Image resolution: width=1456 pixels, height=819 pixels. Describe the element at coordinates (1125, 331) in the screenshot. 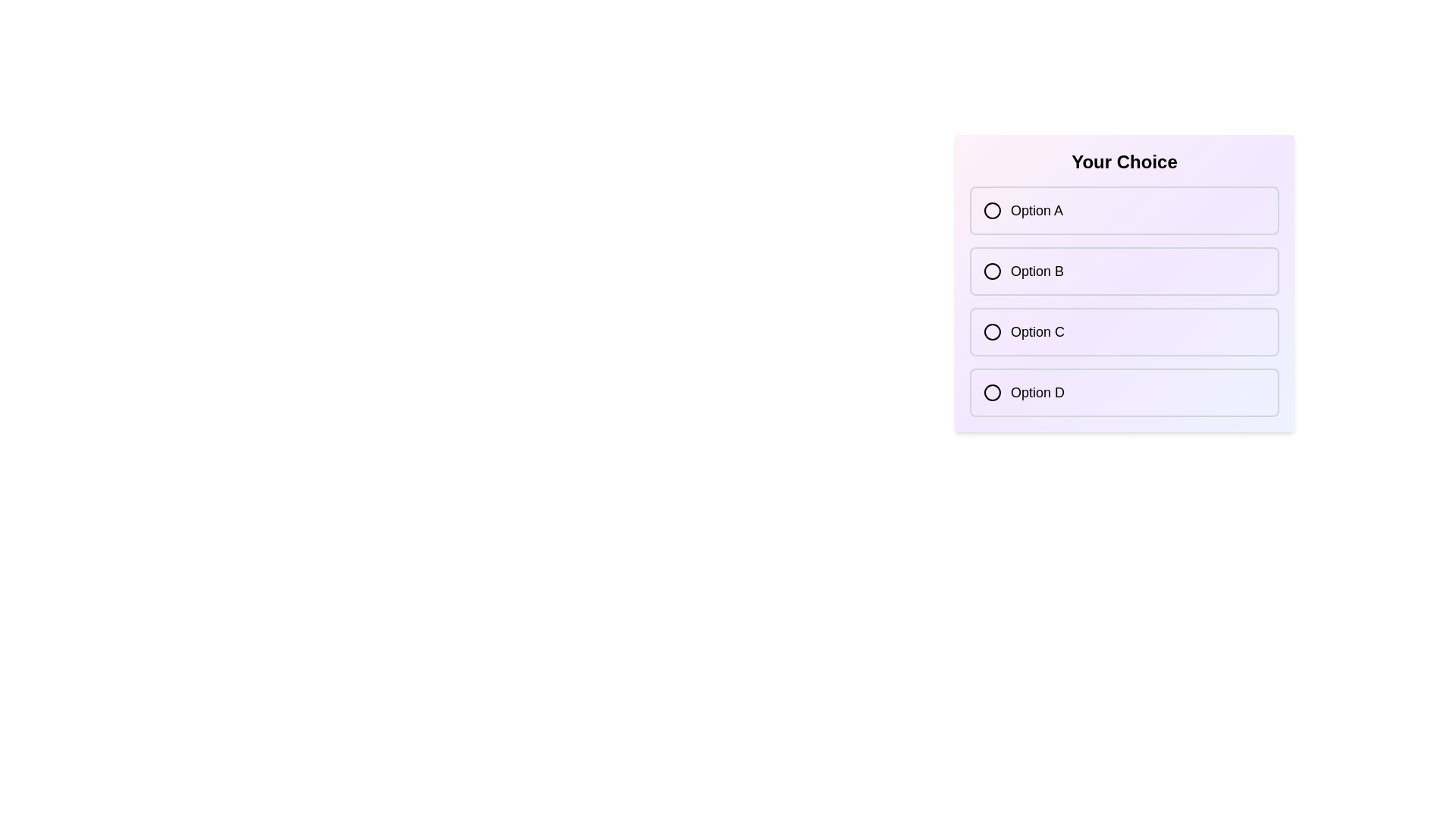

I see `the option Option C to observe the hover effect` at that location.